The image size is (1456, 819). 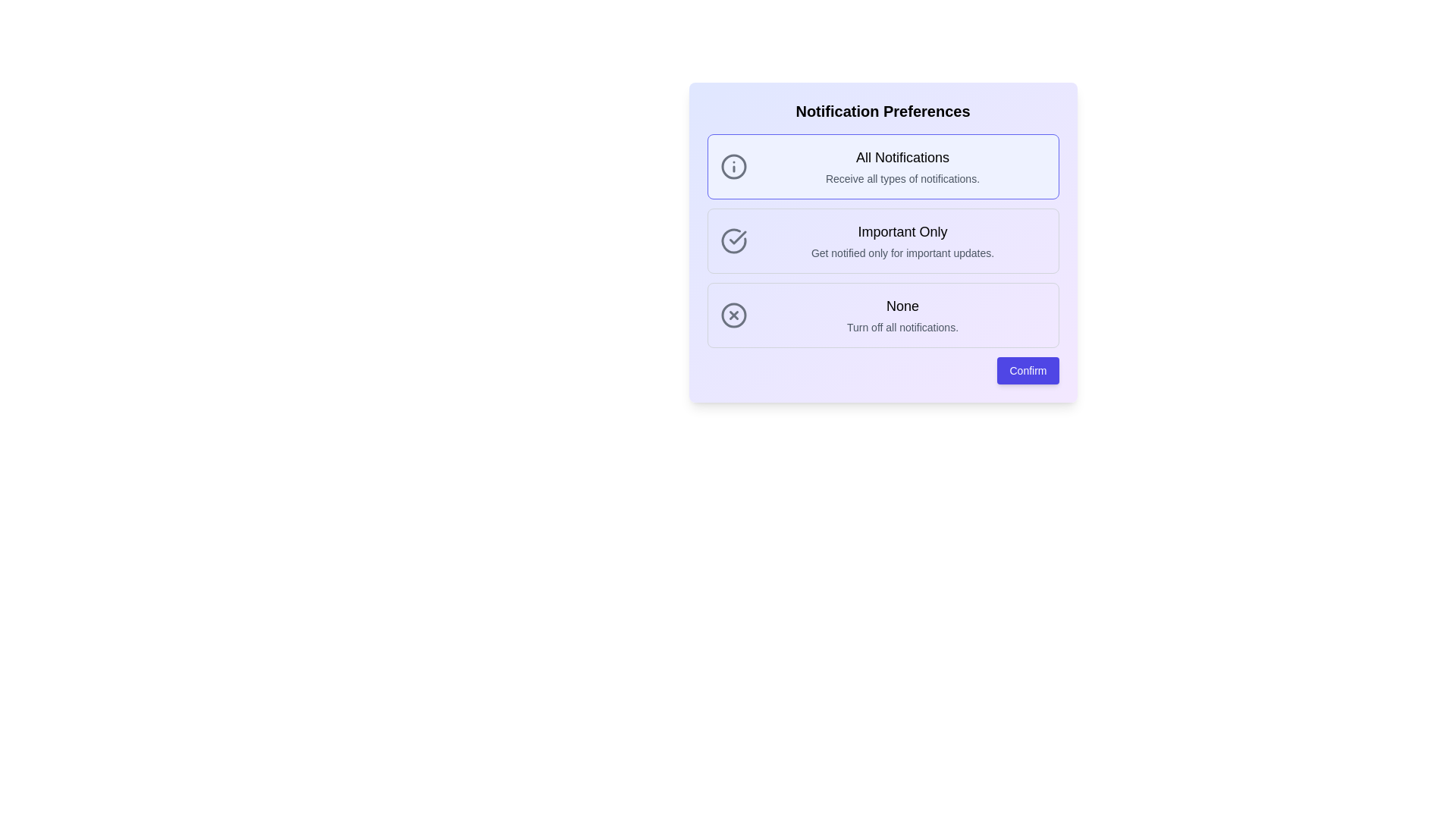 I want to click on the third option in the 'Notification Preferences' panel, so click(x=902, y=315).